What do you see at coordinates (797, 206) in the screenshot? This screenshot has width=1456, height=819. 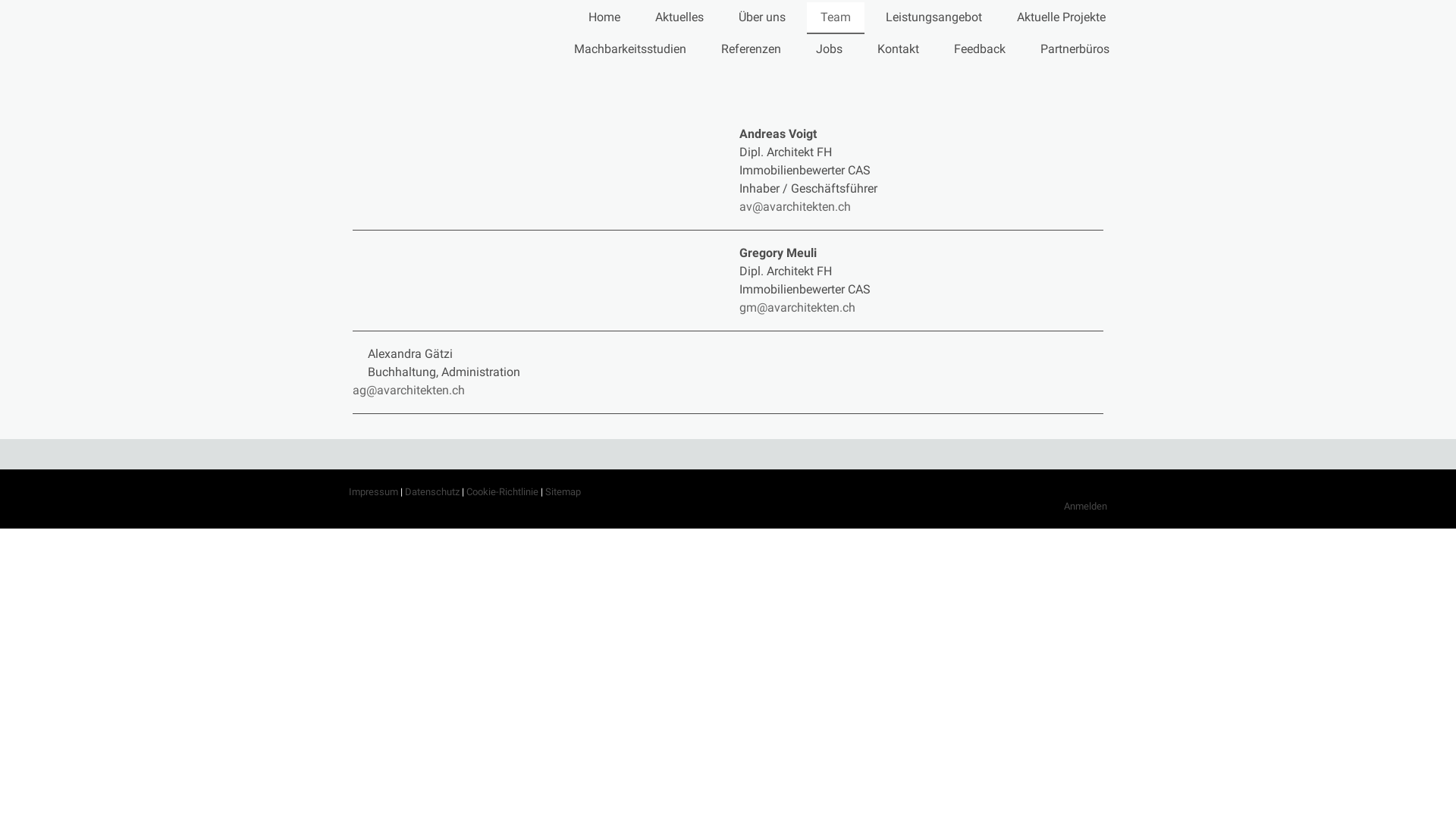 I see `'av@avarchitekten.ch  '` at bounding box center [797, 206].